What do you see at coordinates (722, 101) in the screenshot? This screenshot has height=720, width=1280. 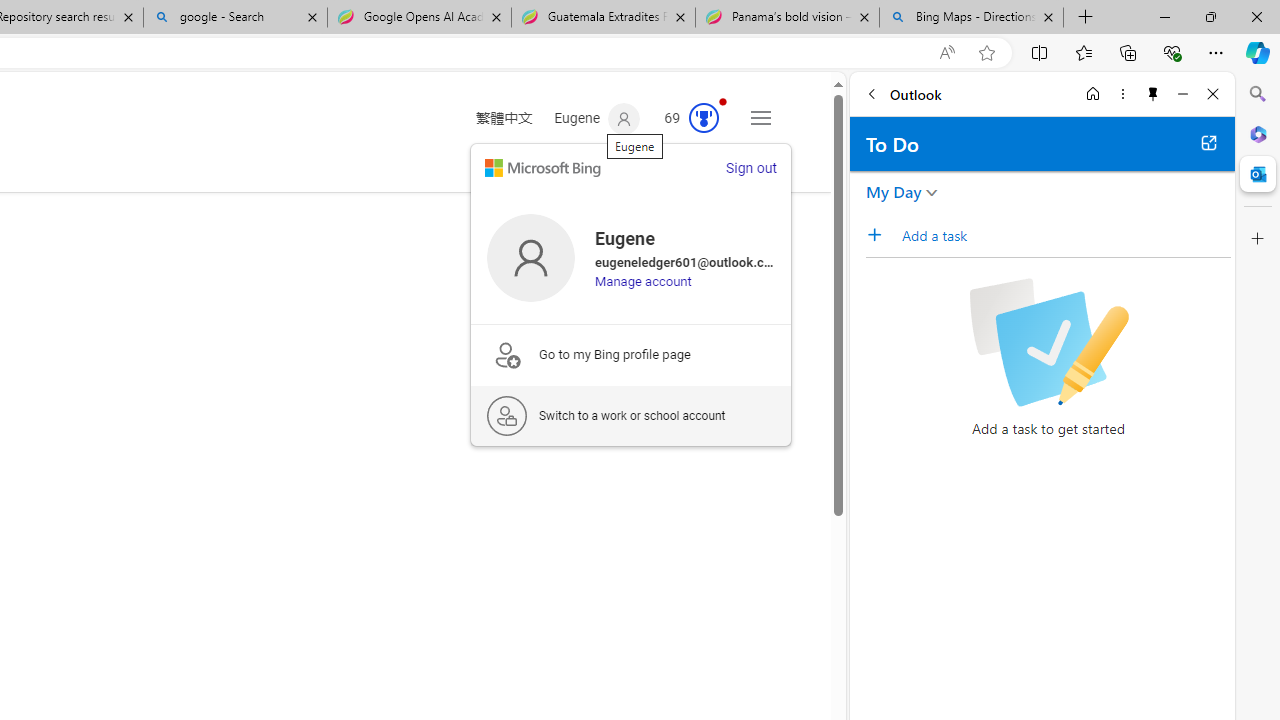 I see `'Animation'` at bounding box center [722, 101].